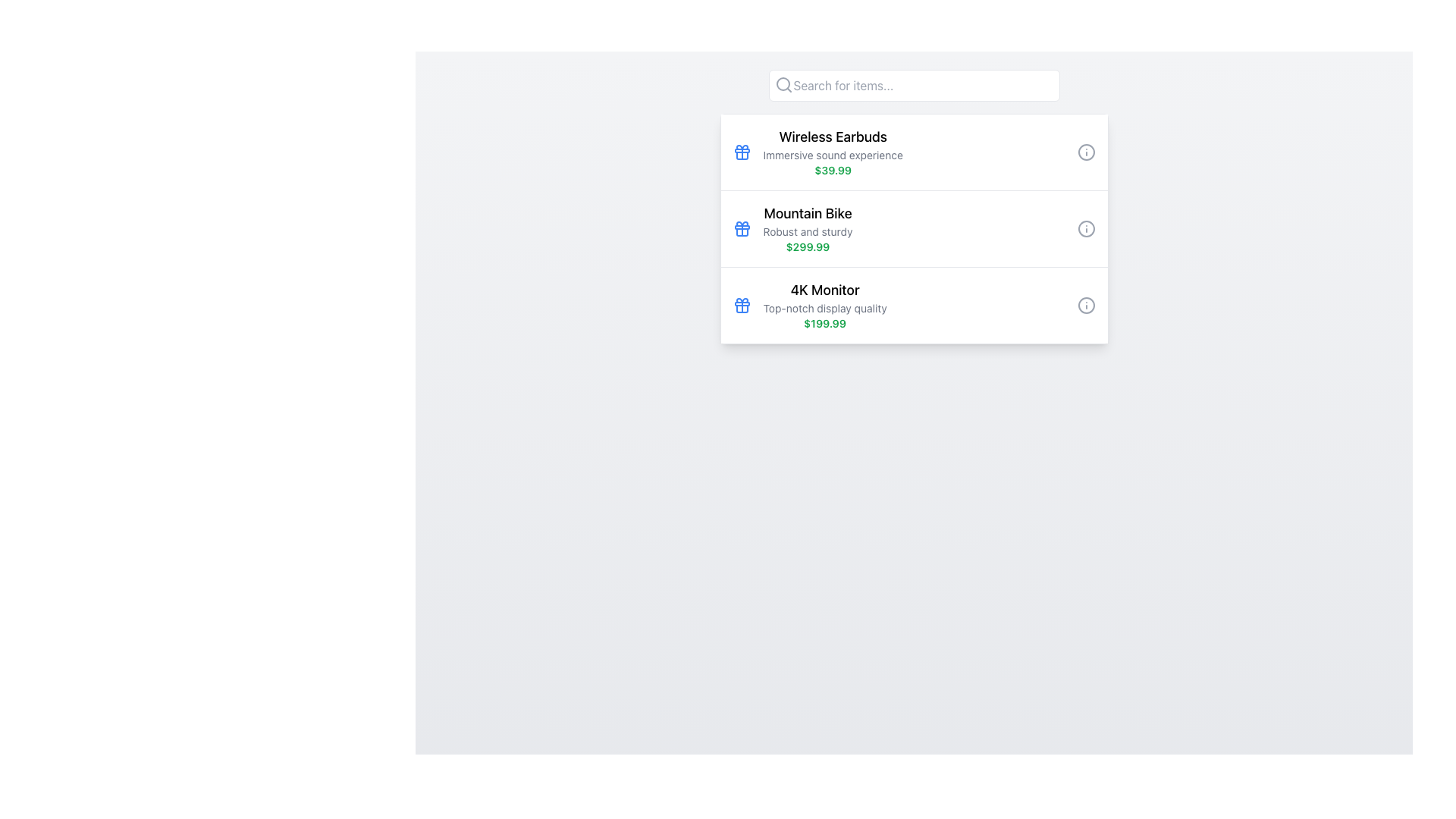 This screenshot has width=1456, height=819. I want to click on the magnifying-glass-shaped icon with a thin circular outline located inside the search bar, adjacent to the input field placeholder text 'Search for items...', so click(783, 84).